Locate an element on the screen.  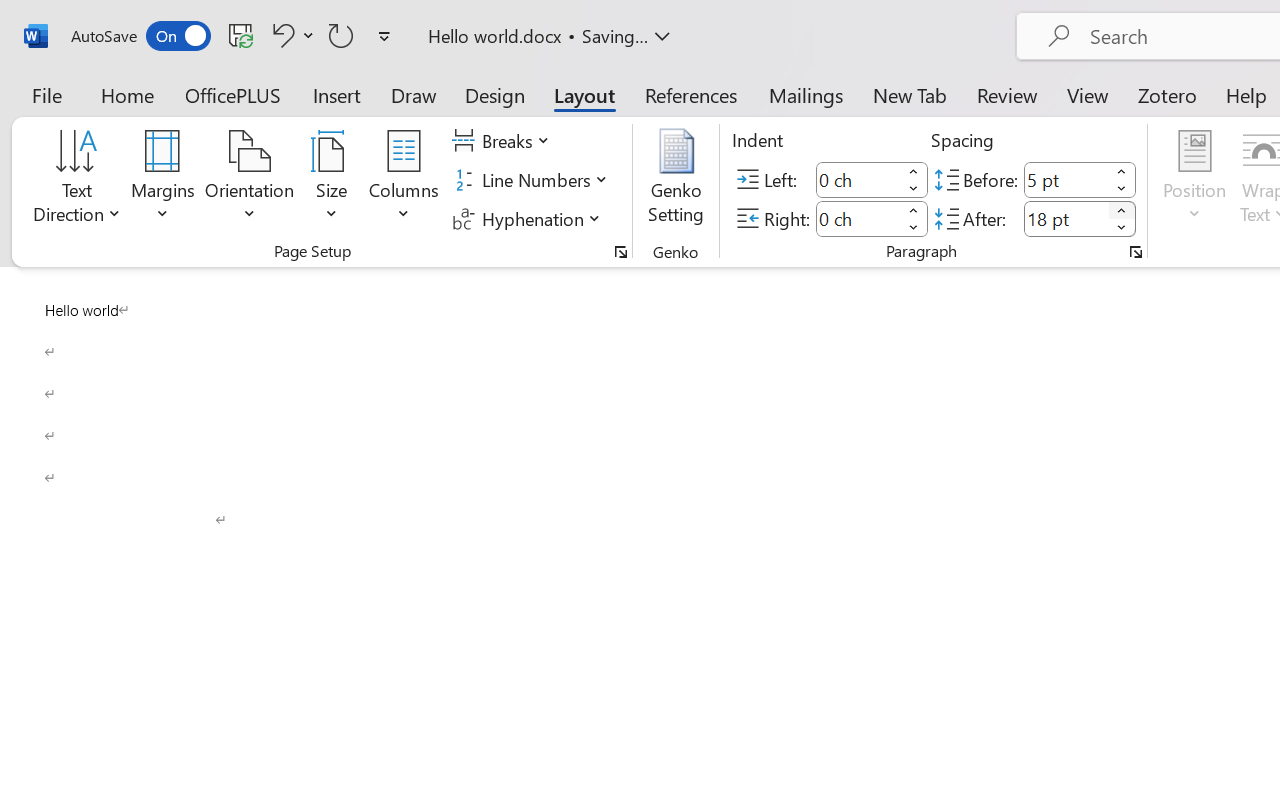
'Review' is located at coordinates (1007, 94).